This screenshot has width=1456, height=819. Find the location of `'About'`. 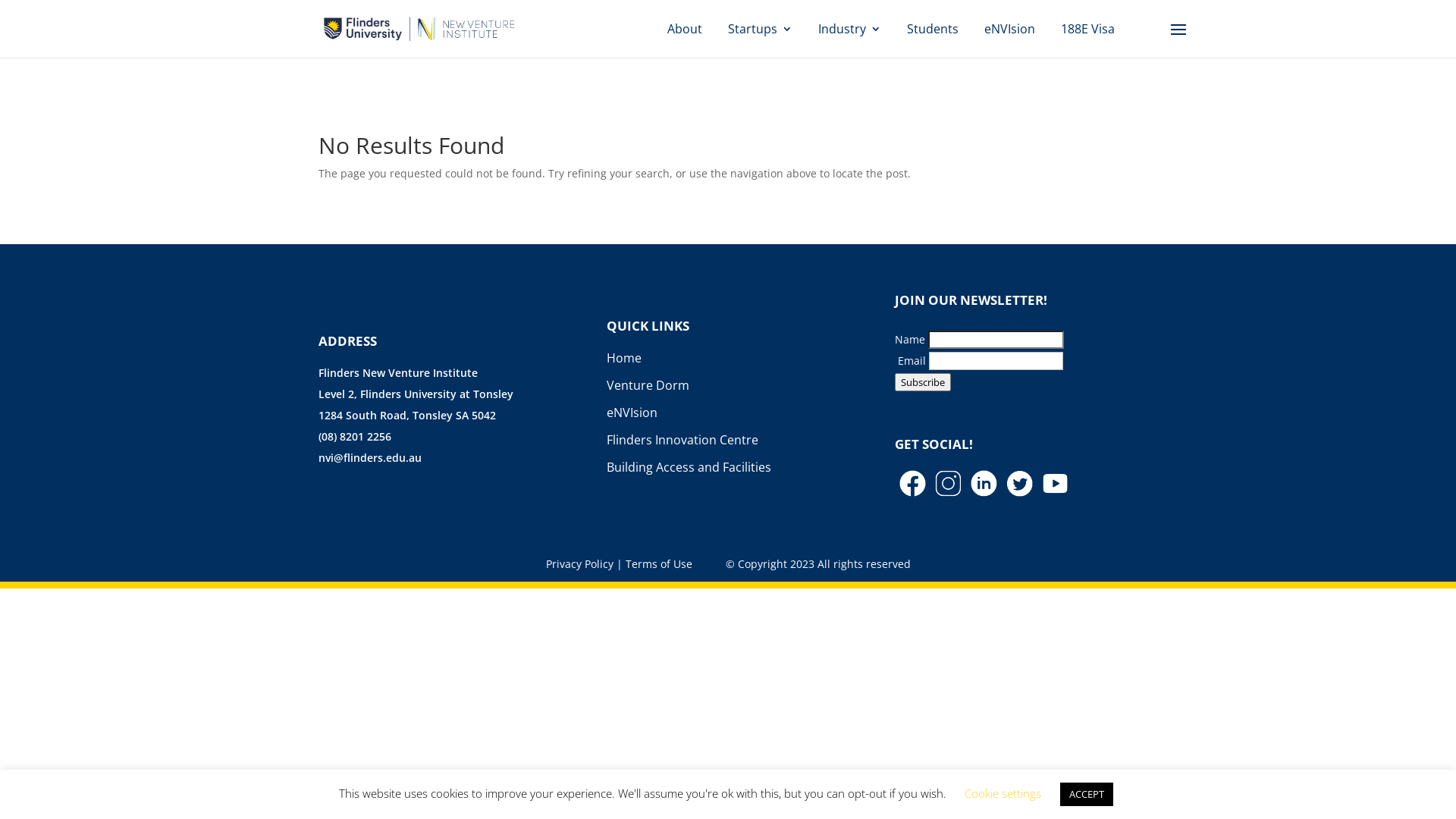

'About' is located at coordinates (683, 29).